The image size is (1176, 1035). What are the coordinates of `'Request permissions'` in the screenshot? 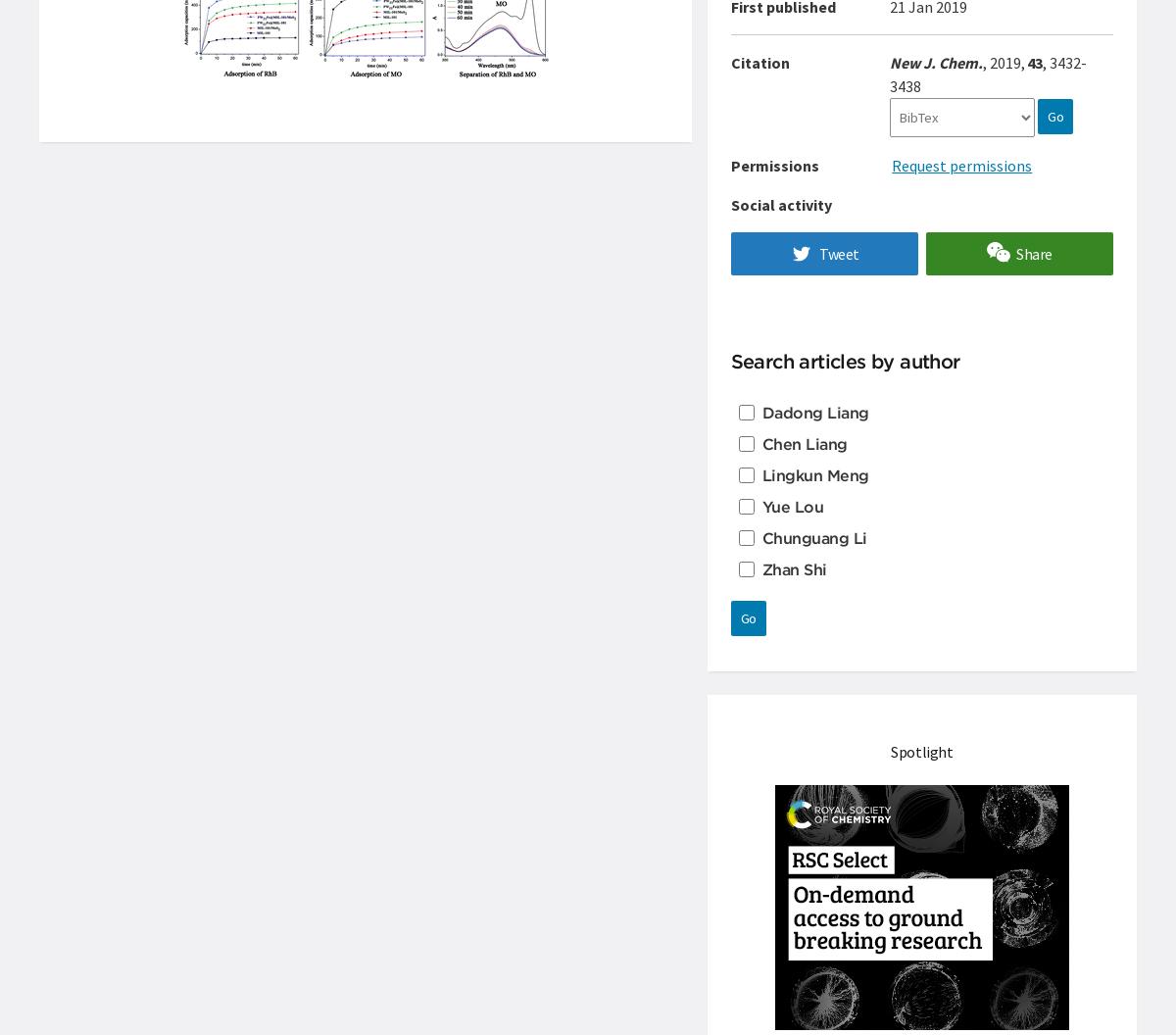 It's located at (961, 165).